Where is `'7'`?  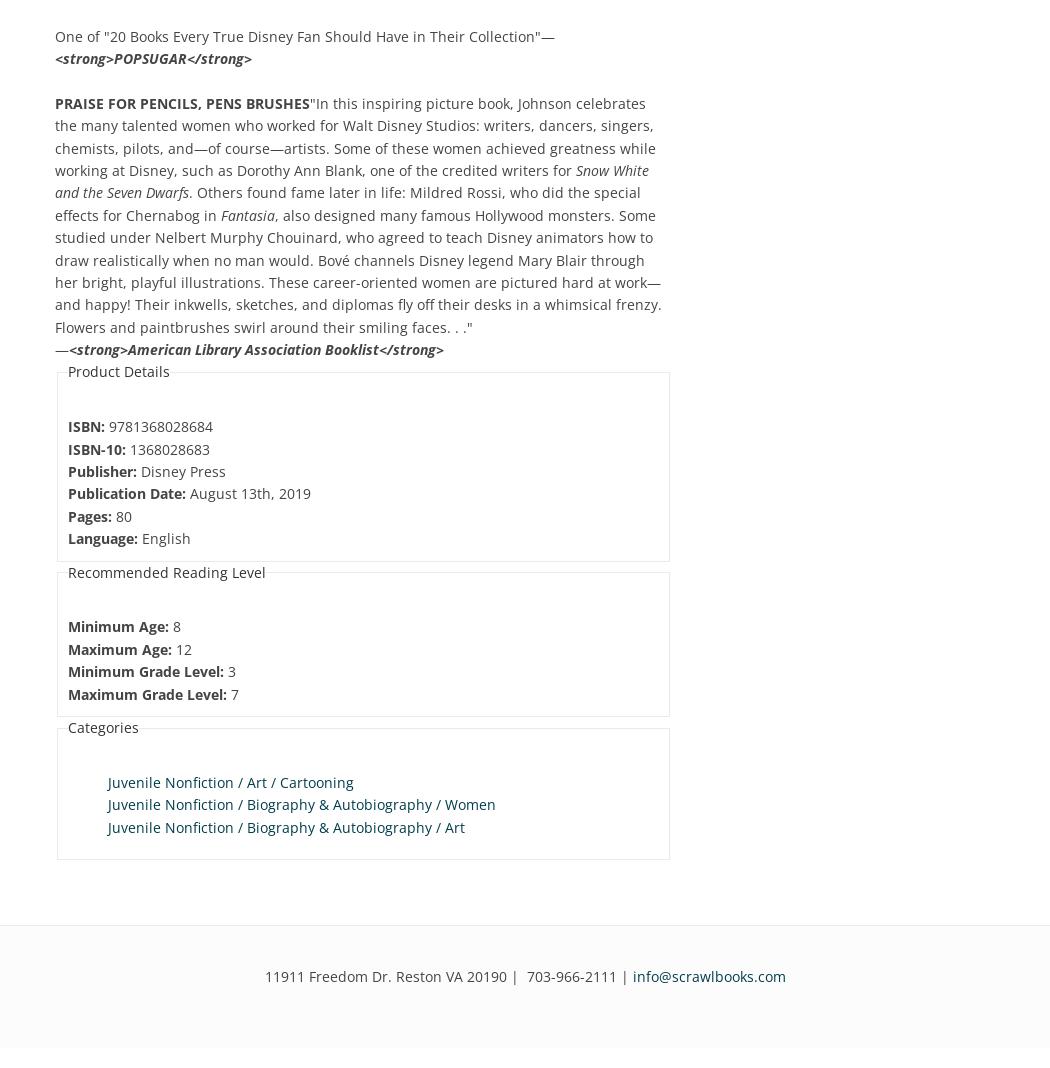
'7' is located at coordinates (227, 693).